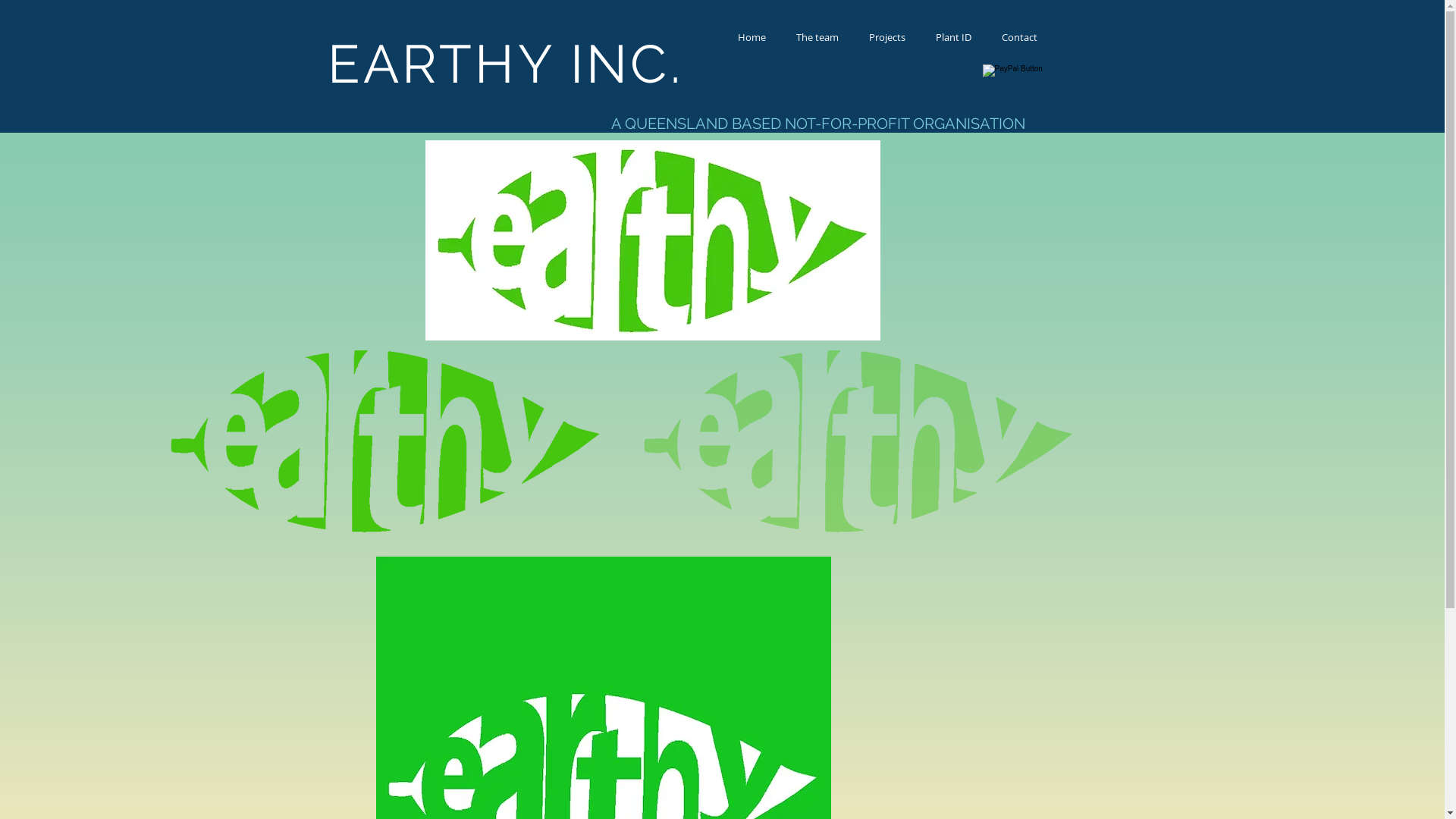 Image resolution: width=1456 pixels, height=819 pixels. I want to click on 'Contact', so click(1018, 36).